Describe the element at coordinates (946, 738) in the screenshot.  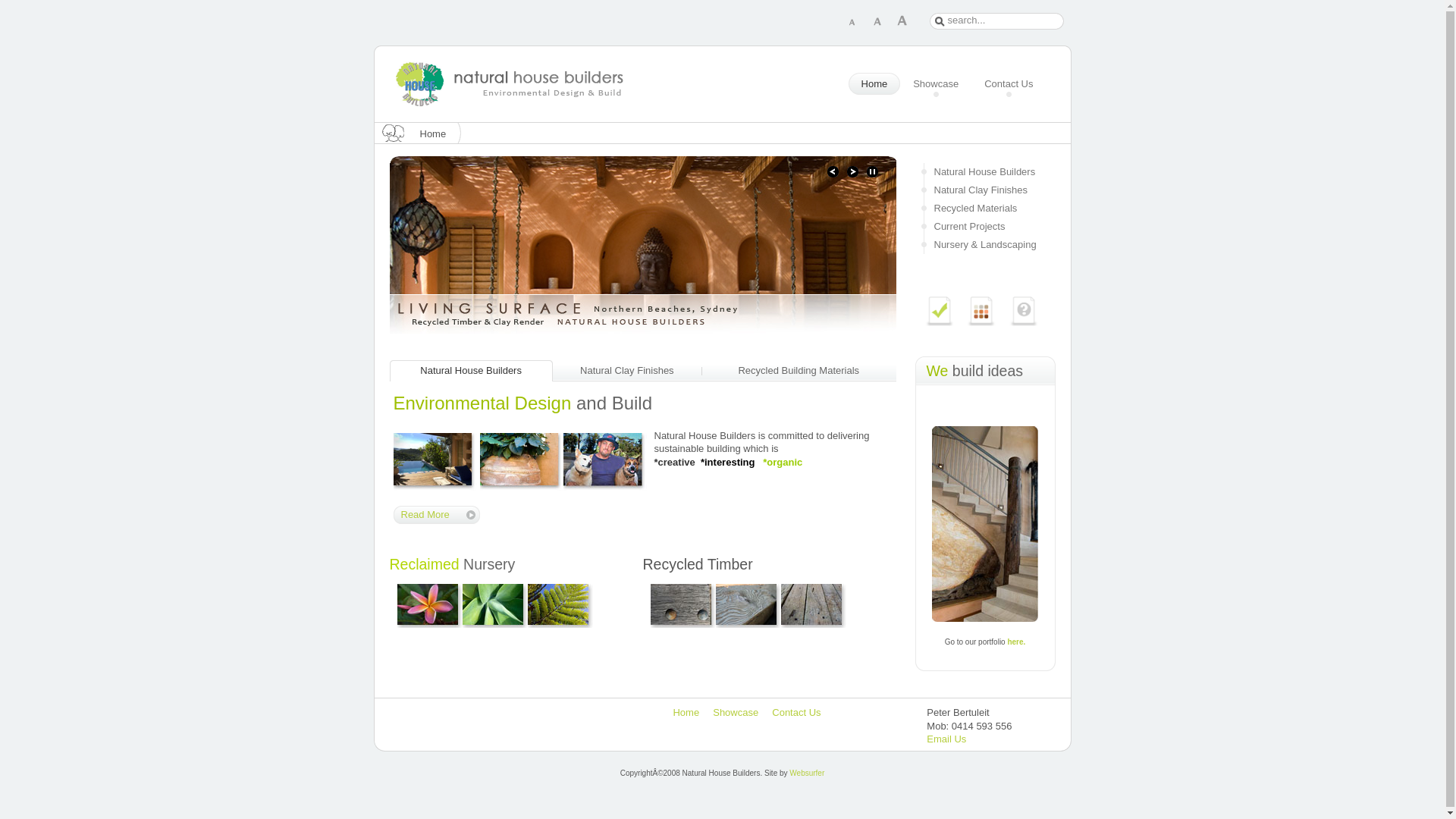
I see `'Email Us'` at that location.